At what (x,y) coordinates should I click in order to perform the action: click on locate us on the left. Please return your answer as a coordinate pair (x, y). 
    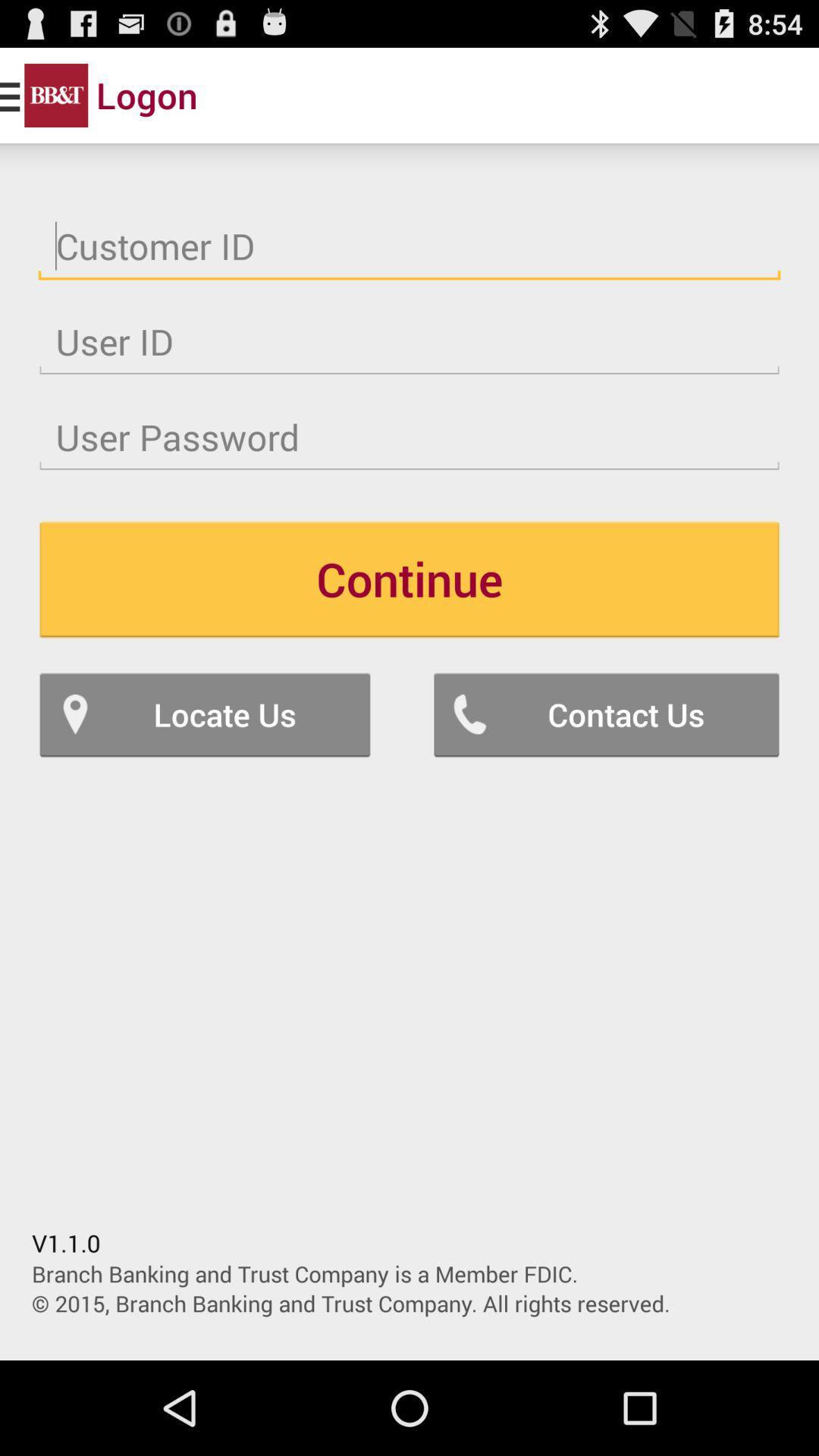
    Looking at the image, I should click on (205, 714).